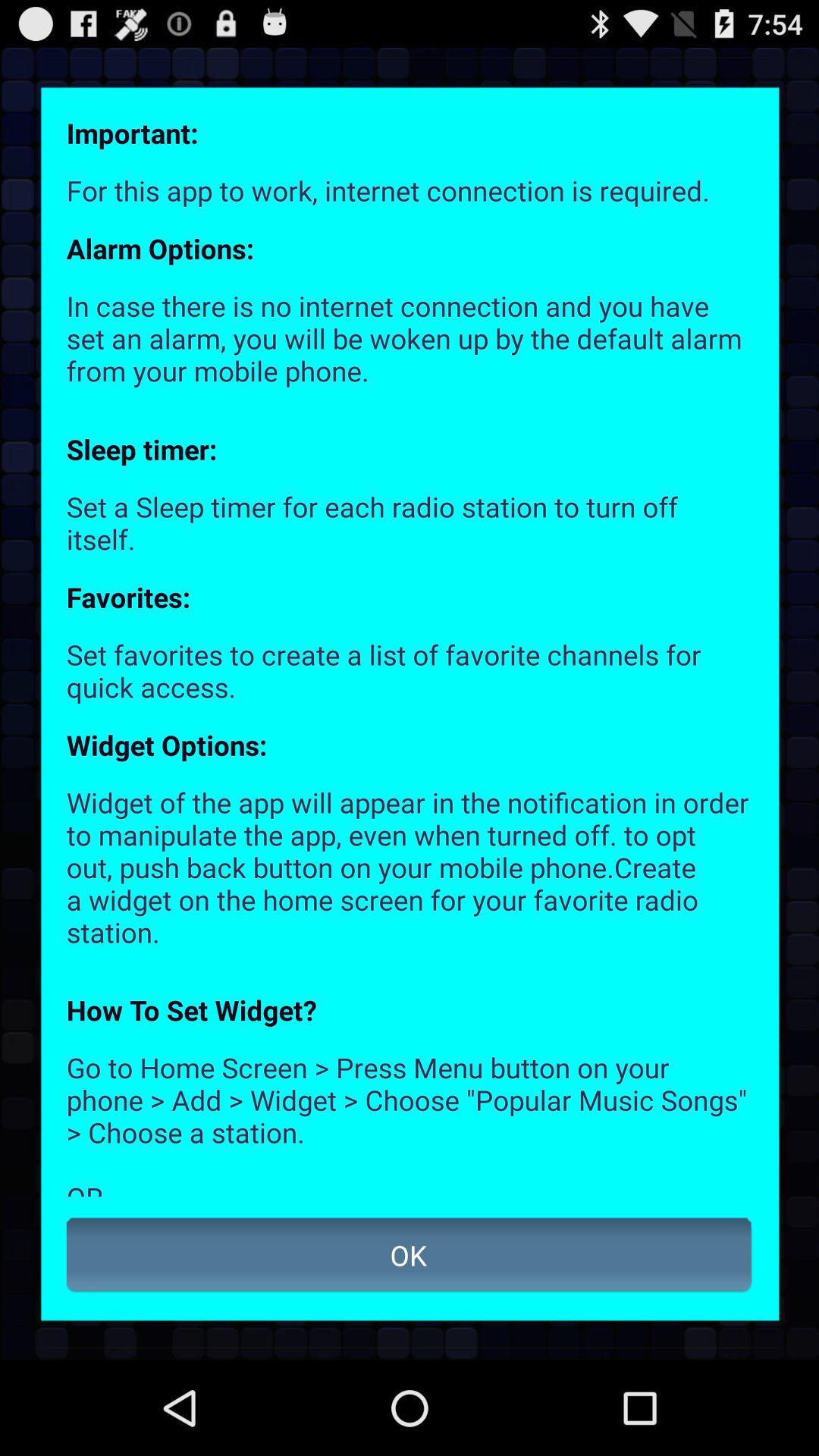 The width and height of the screenshot is (819, 1456). I want to click on ok button, so click(409, 1255).